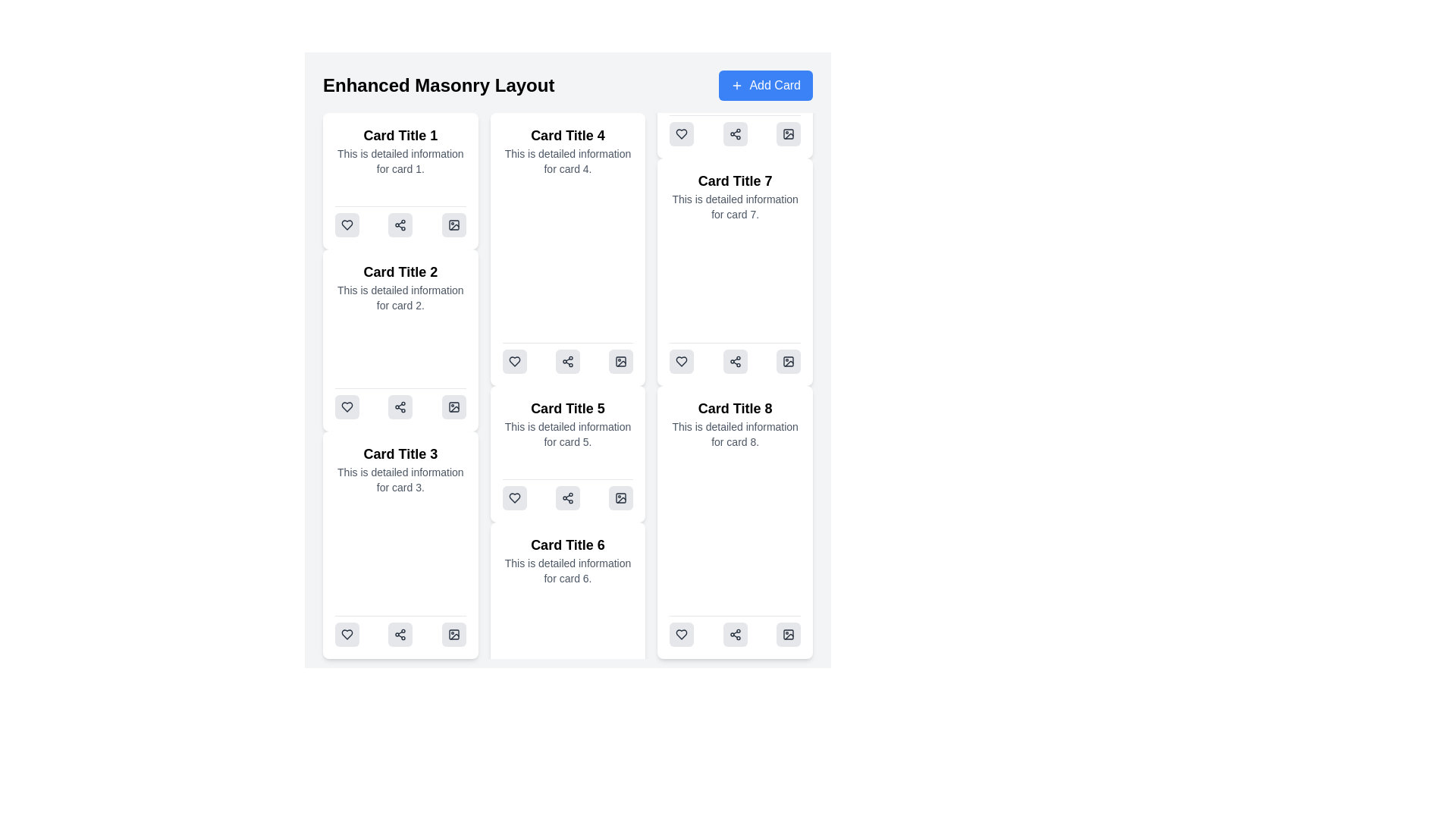  Describe the element at coordinates (514, 362) in the screenshot. I see `the heart-shaped icon on the left side of the group of three icons in the card labeled 'Card Title 4' to like or mark it as a favorite` at that location.